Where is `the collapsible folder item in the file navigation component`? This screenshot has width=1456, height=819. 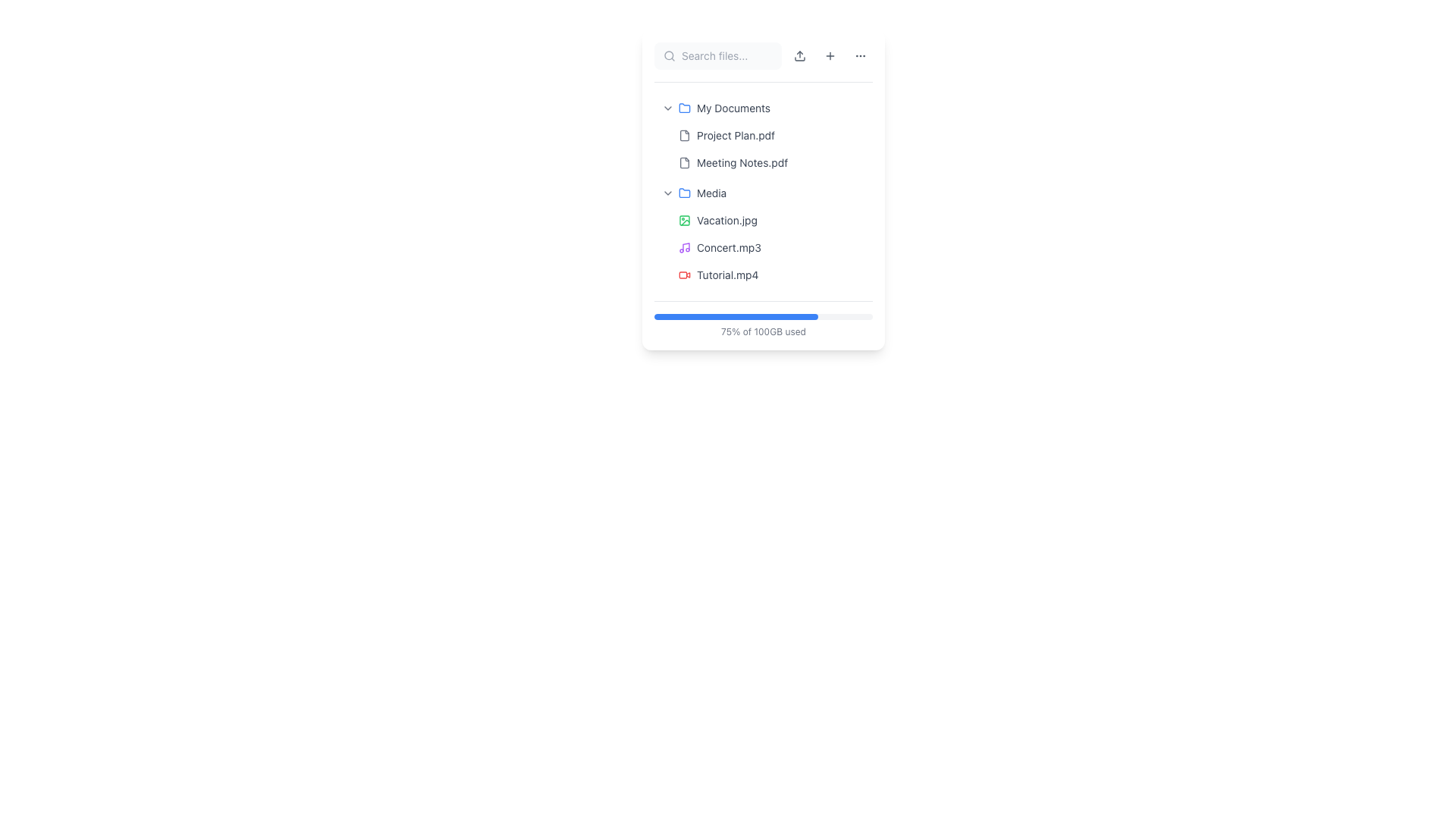
the collapsible folder item in the file navigation component is located at coordinates (764, 192).